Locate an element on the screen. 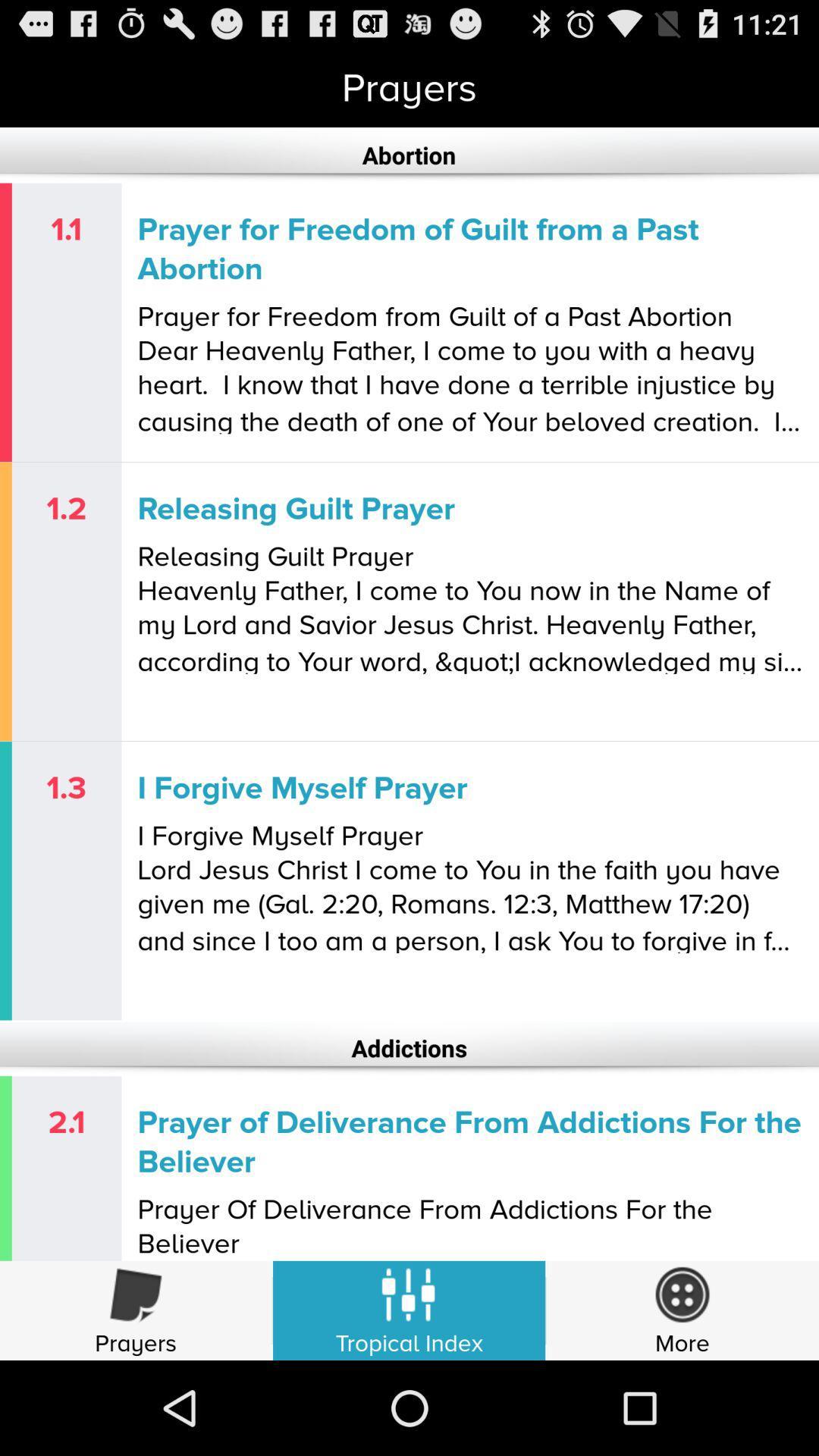 Image resolution: width=819 pixels, height=1456 pixels. the symbol which is immediately above tropical index is located at coordinates (409, 1301).